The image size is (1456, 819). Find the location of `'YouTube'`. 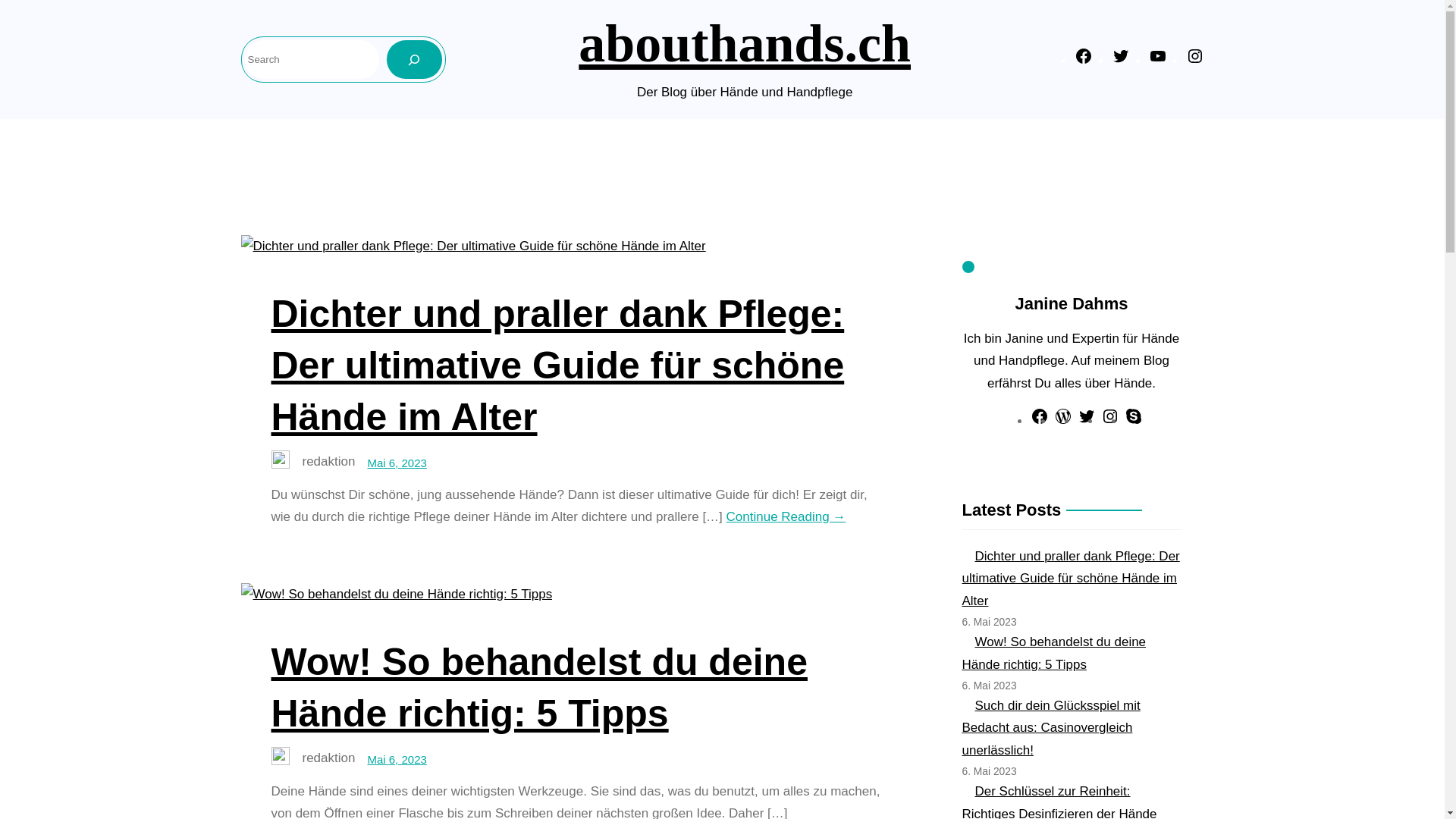

'YouTube' is located at coordinates (1156, 60).